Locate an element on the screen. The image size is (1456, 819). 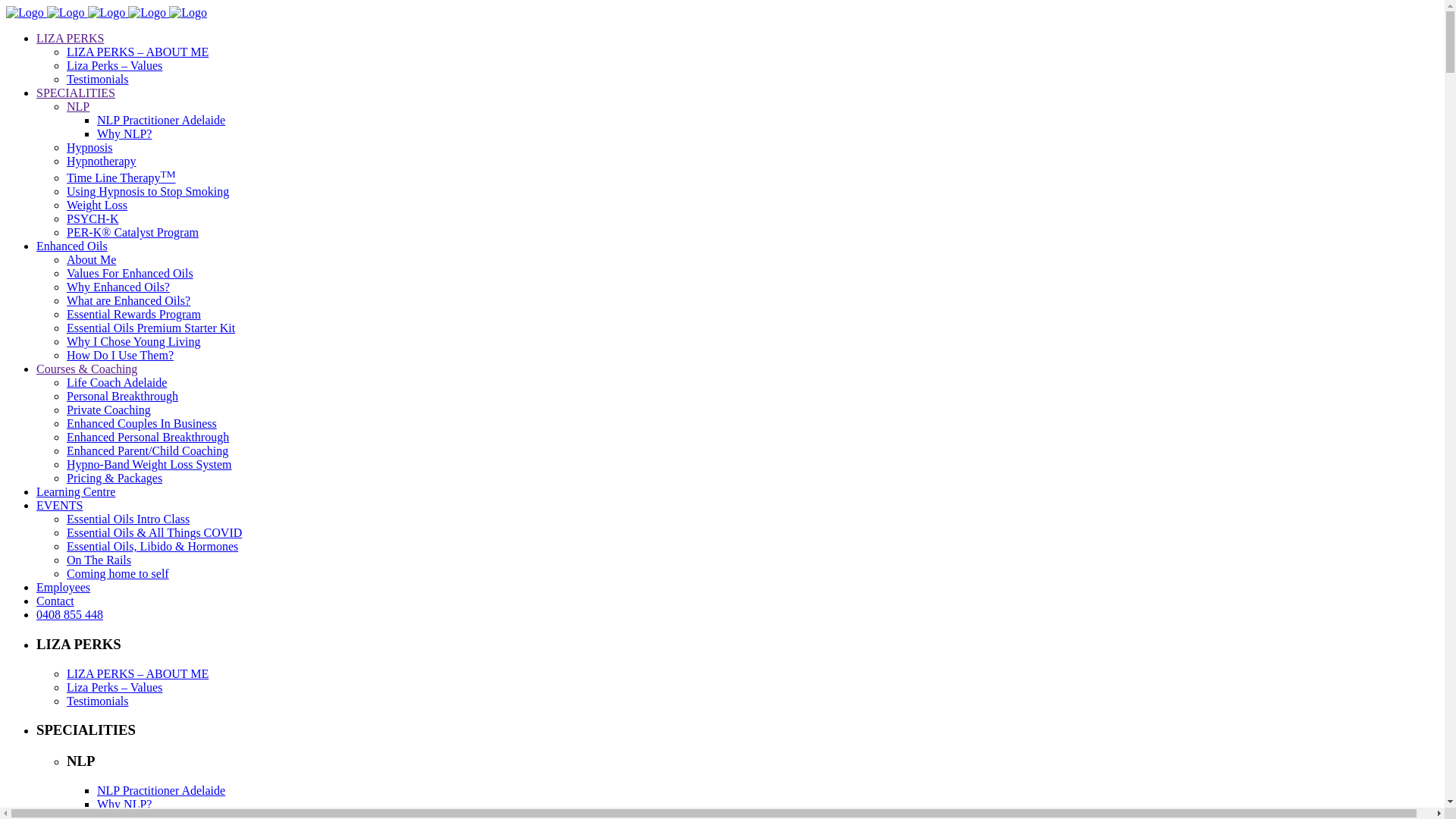
'SPECIALITIES' is located at coordinates (75, 93).